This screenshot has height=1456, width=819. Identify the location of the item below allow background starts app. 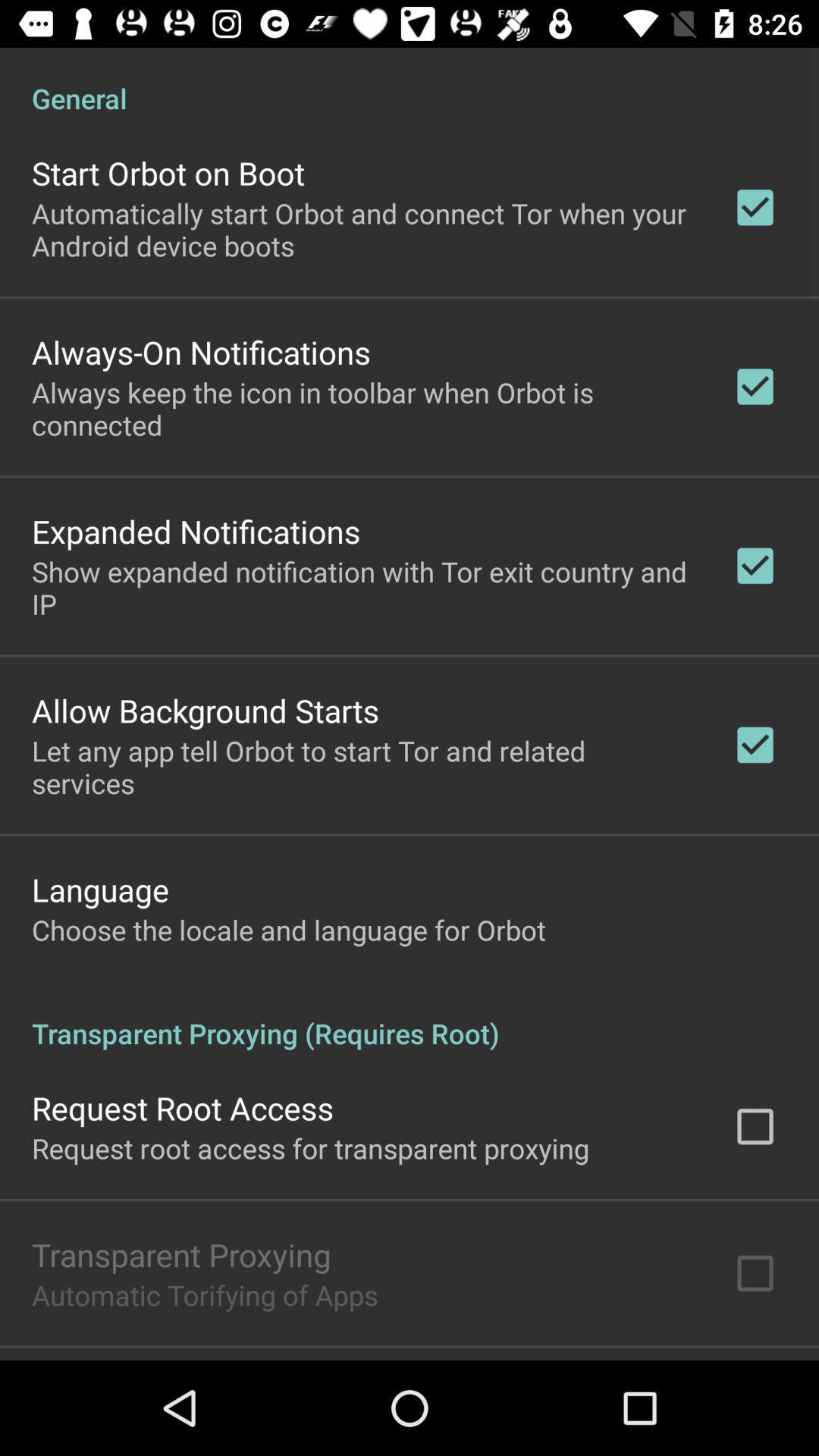
(362, 767).